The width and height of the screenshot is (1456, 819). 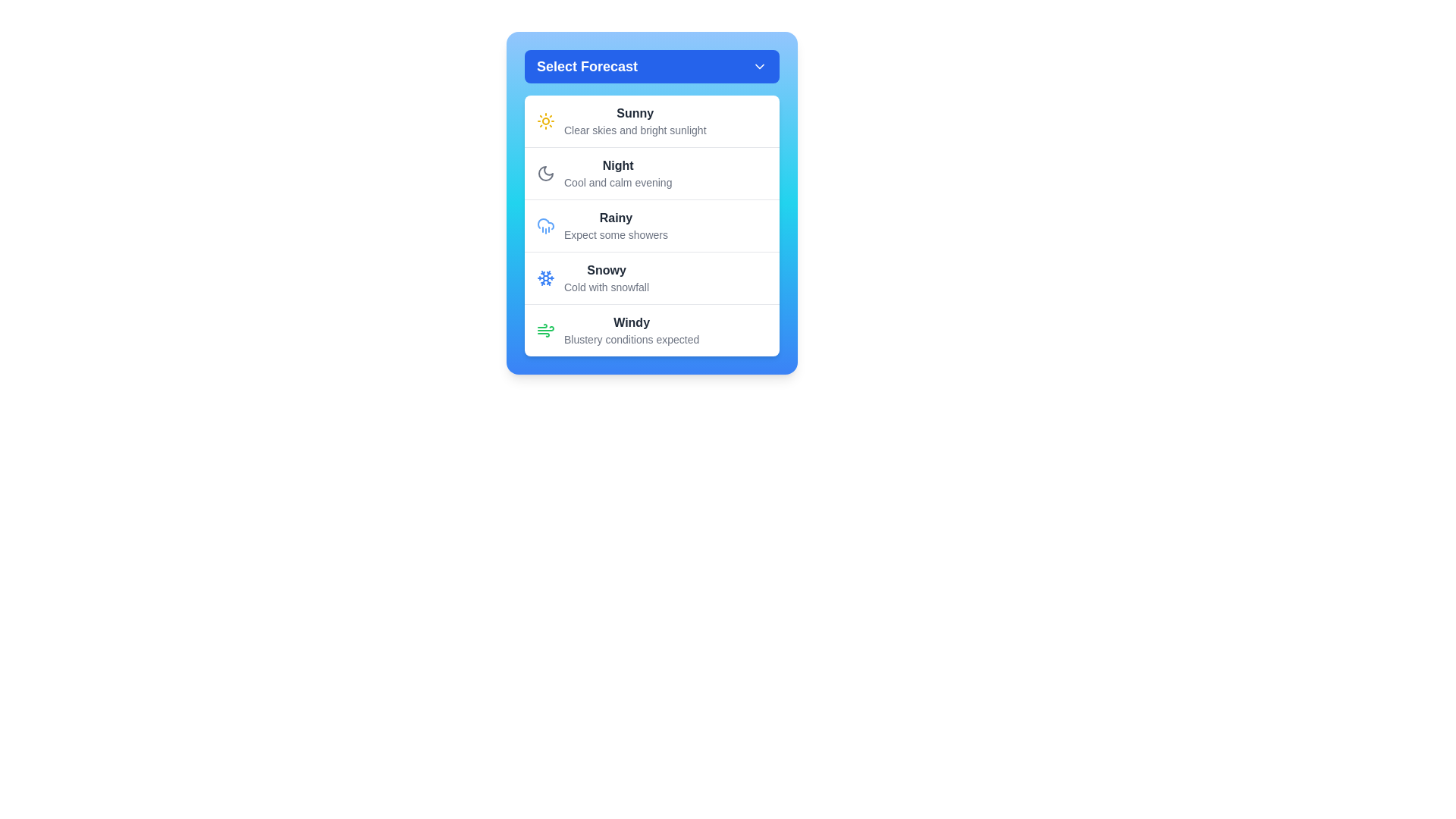 I want to click on to select the 'Snowy' option in the weather forecast dropdown menu, which is located in the fourth row between 'Rainy' and 'Windy', so click(x=607, y=278).